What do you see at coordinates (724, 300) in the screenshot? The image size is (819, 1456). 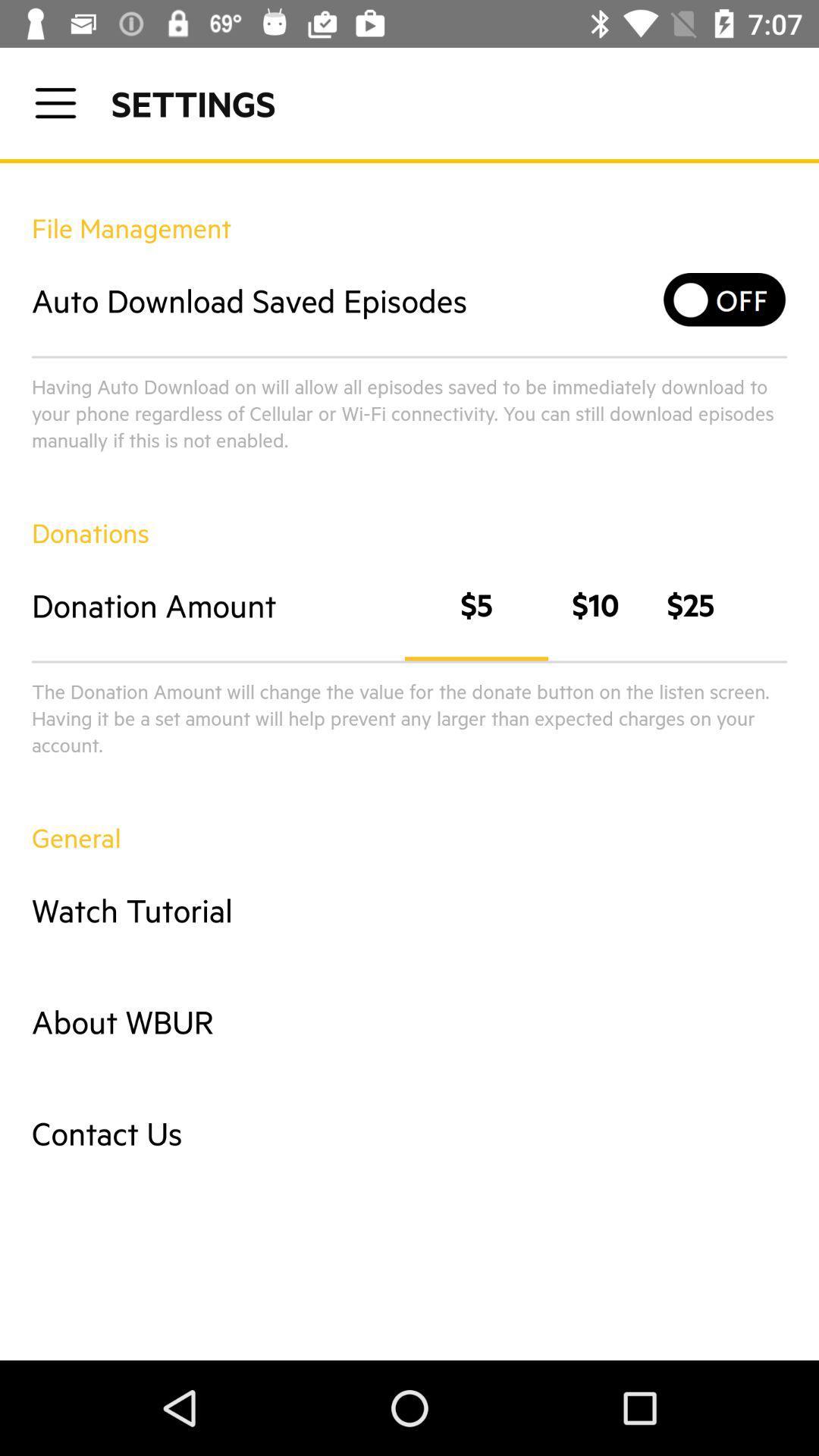 I see `turns off auto download saved episodes` at bounding box center [724, 300].